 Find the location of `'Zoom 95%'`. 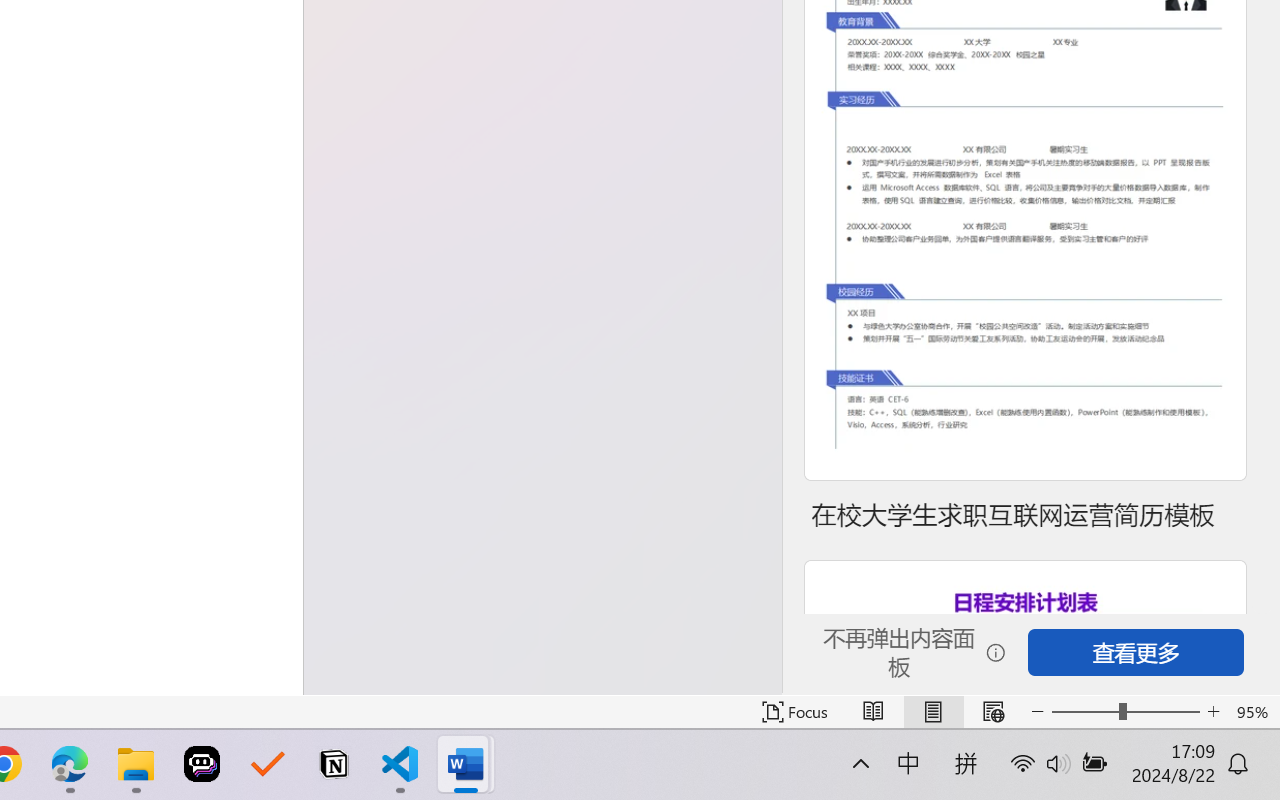

'Zoom 95%' is located at coordinates (1252, 711).